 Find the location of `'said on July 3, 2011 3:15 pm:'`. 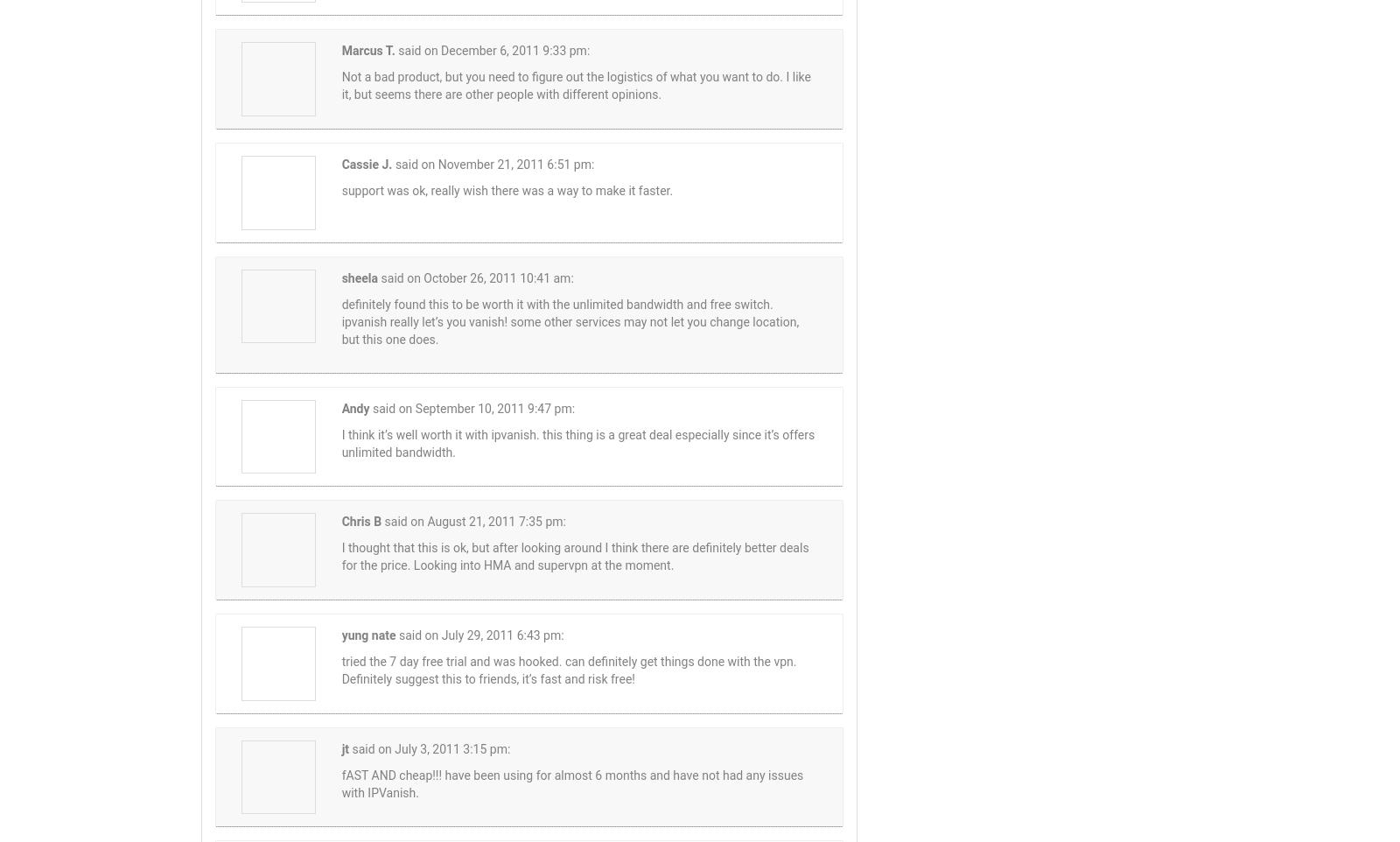

'said on July 3, 2011 3:15 pm:' is located at coordinates (350, 748).